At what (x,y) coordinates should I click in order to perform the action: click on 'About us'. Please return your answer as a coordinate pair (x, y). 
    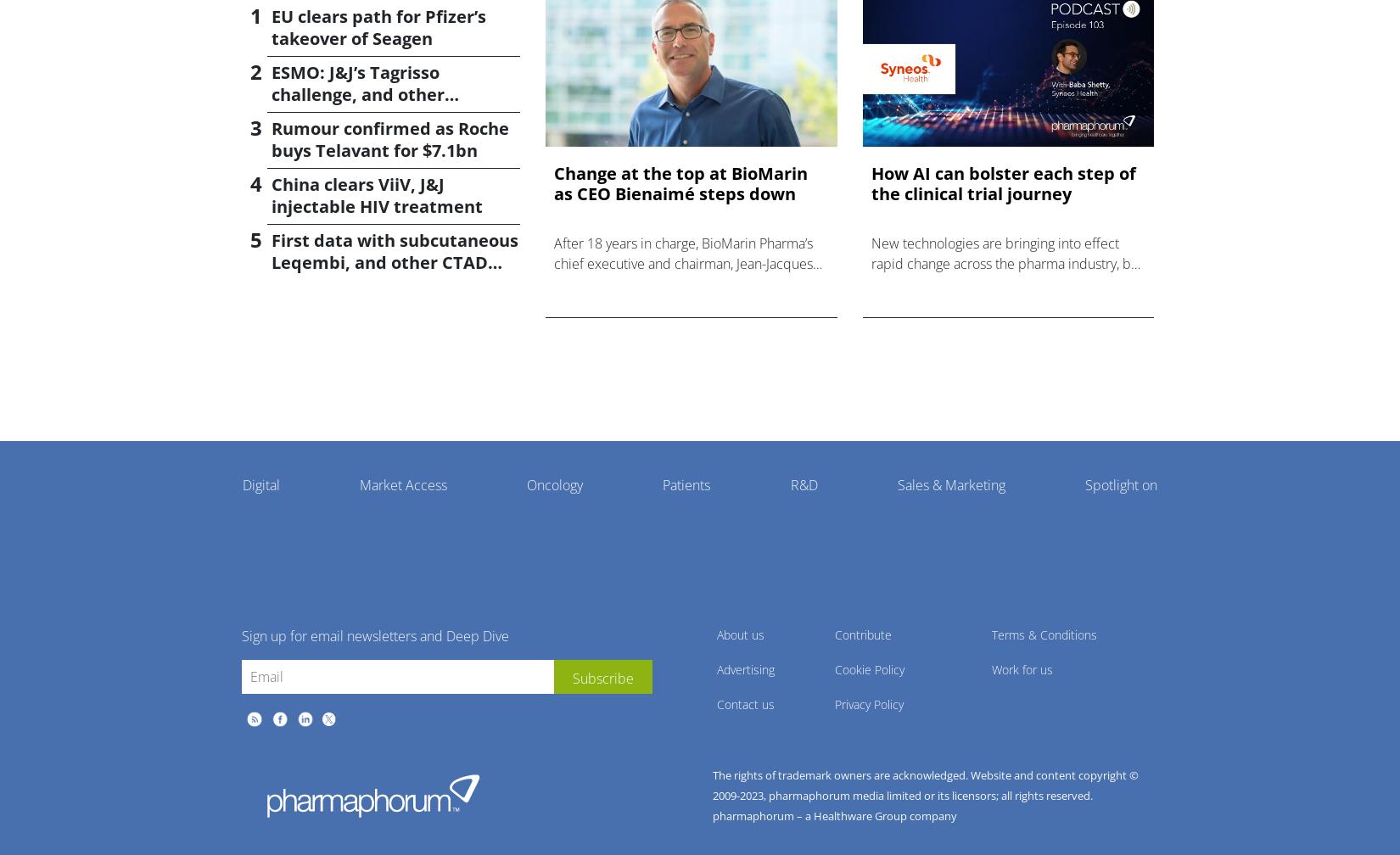
    Looking at the image, I should click on (741, 634).